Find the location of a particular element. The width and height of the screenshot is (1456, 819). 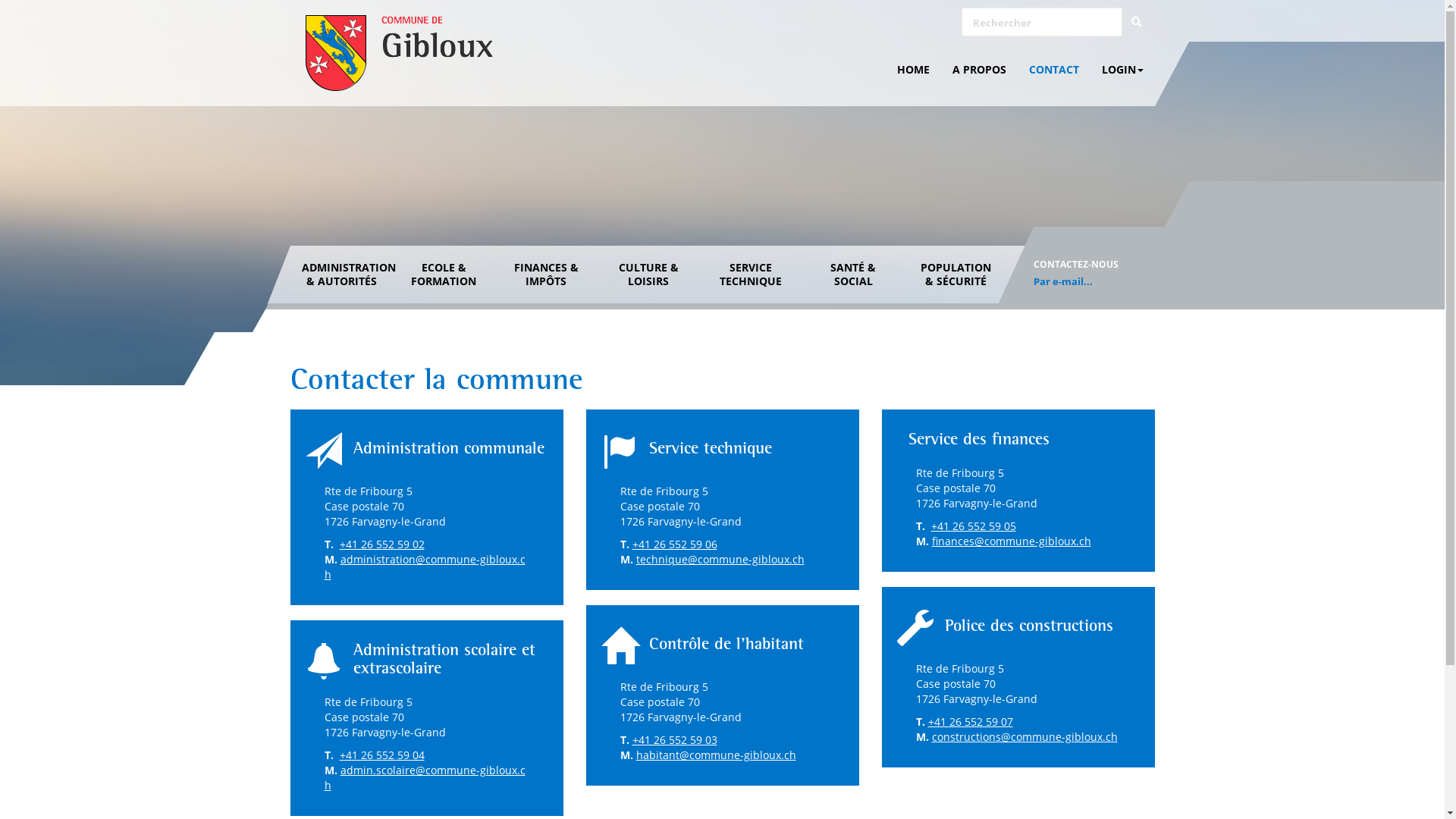

'HOME' is located at coordinates (912, 70).